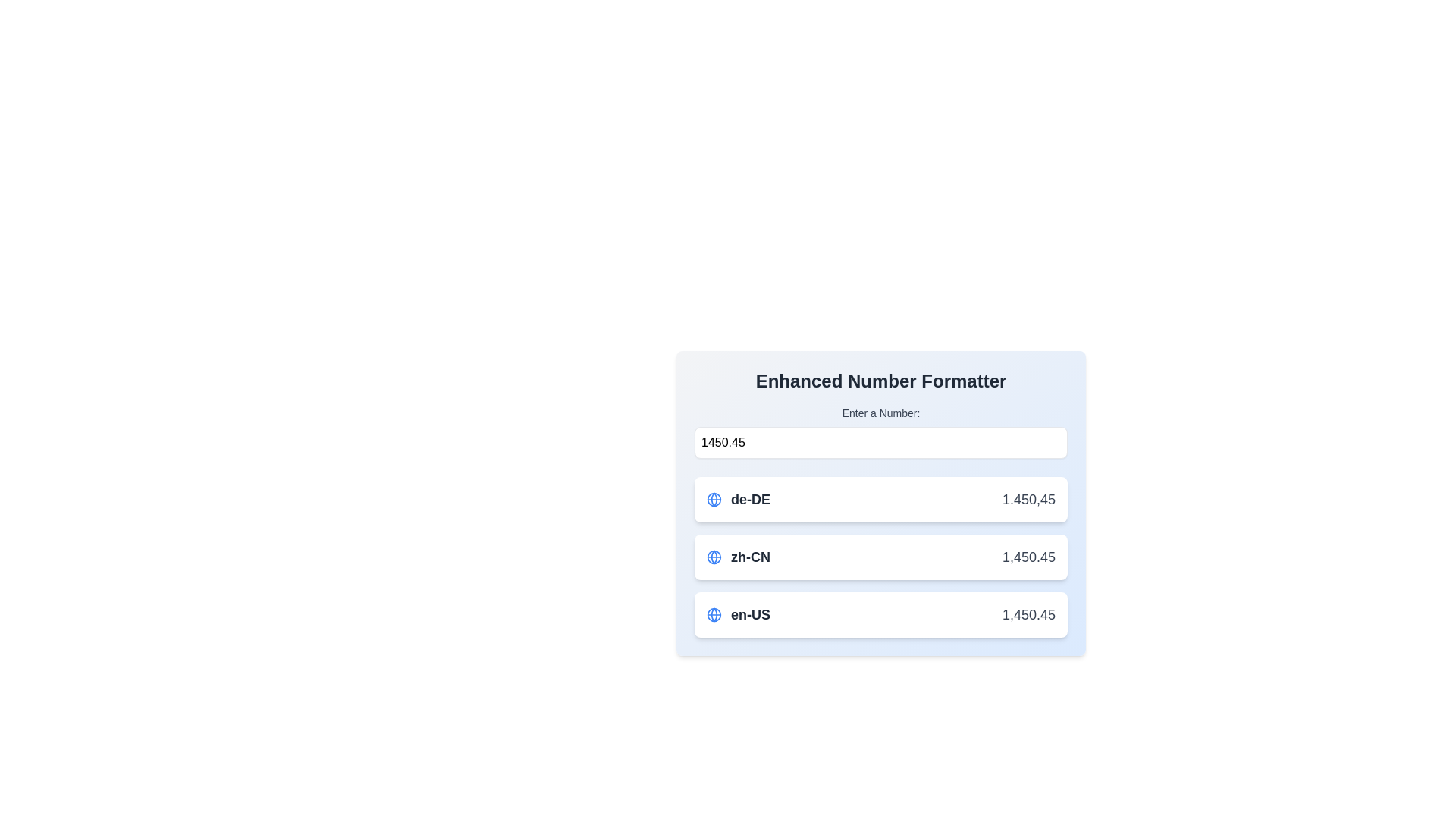 Image resolution: width=1456 pixels, height=819 pixels. Describe the element at coordinates (713, 614) in the screenshot. I see `the blue globe icon representing localization, located in the third row of the list below the input box labeled 'en-US'` at that location.